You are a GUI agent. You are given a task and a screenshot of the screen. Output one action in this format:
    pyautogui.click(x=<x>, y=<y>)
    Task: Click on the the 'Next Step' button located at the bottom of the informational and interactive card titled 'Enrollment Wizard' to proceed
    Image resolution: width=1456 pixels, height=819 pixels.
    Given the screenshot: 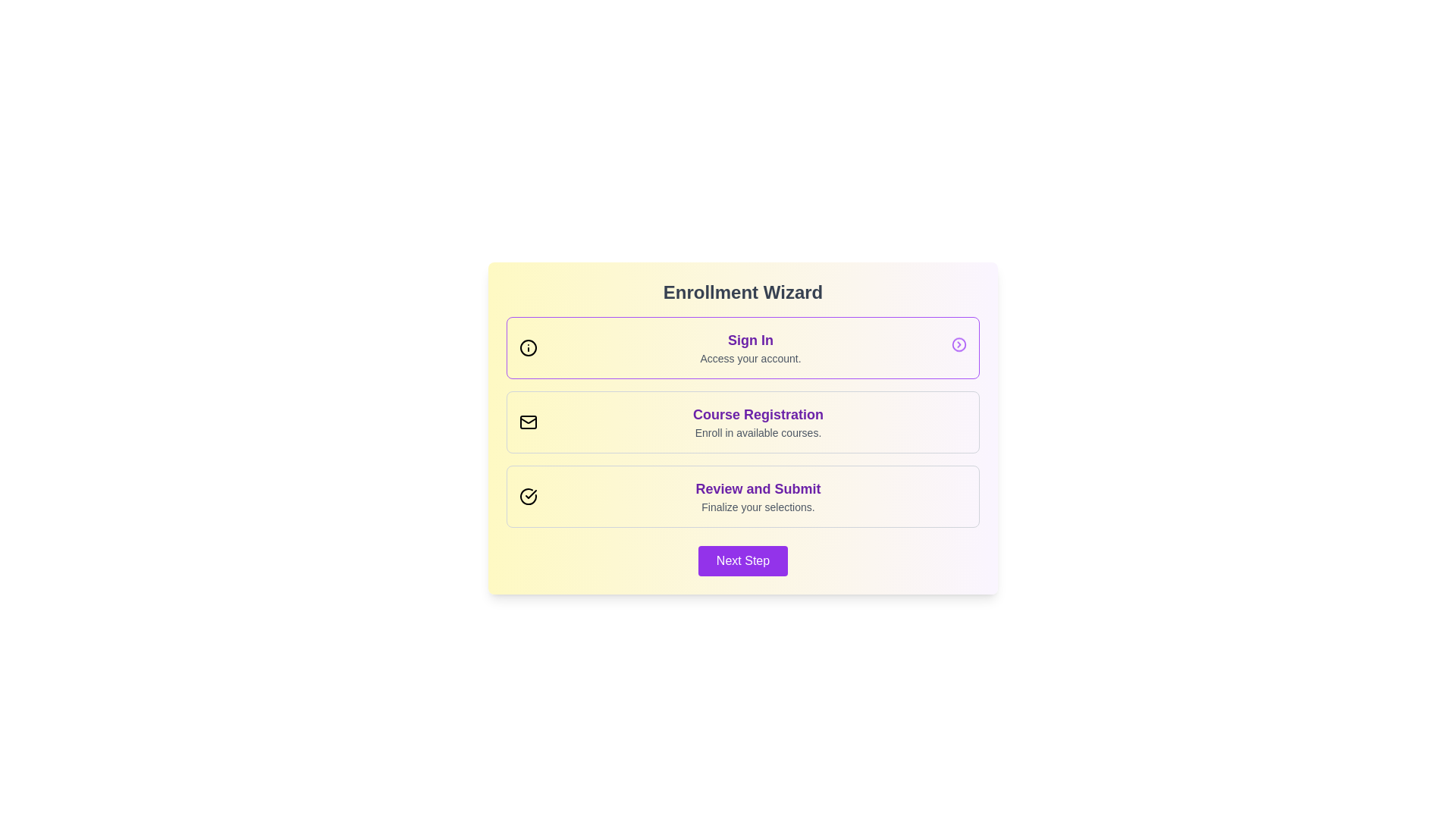 What is the action you would take?
    pyautogui.click(x=742, y=428)
    